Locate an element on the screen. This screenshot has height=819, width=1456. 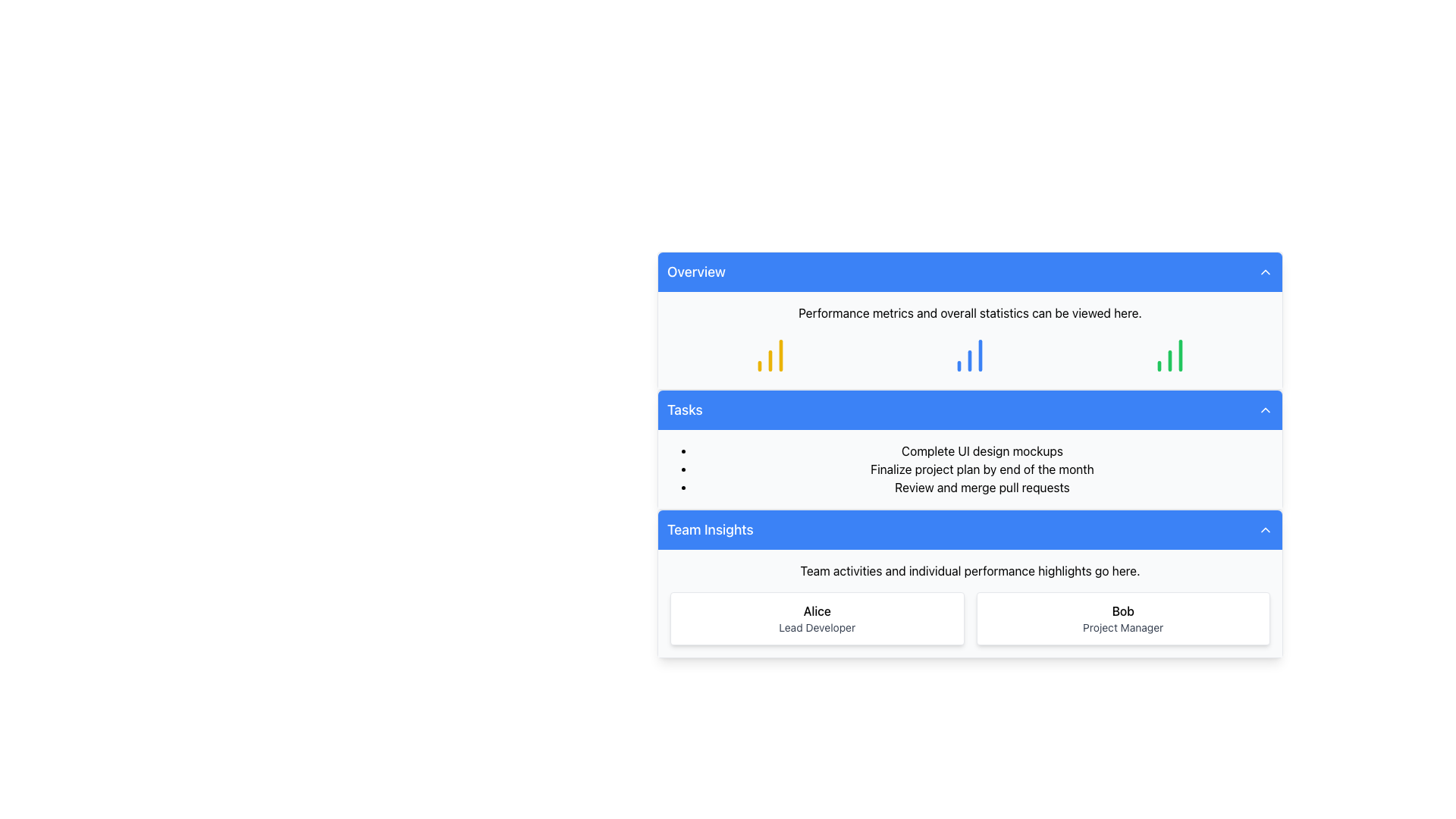
the 'Tasks' text label, which is styled with a large font size and is prominently displayed within a blue rectangular area in the interface is located at coordinates (684, 409).